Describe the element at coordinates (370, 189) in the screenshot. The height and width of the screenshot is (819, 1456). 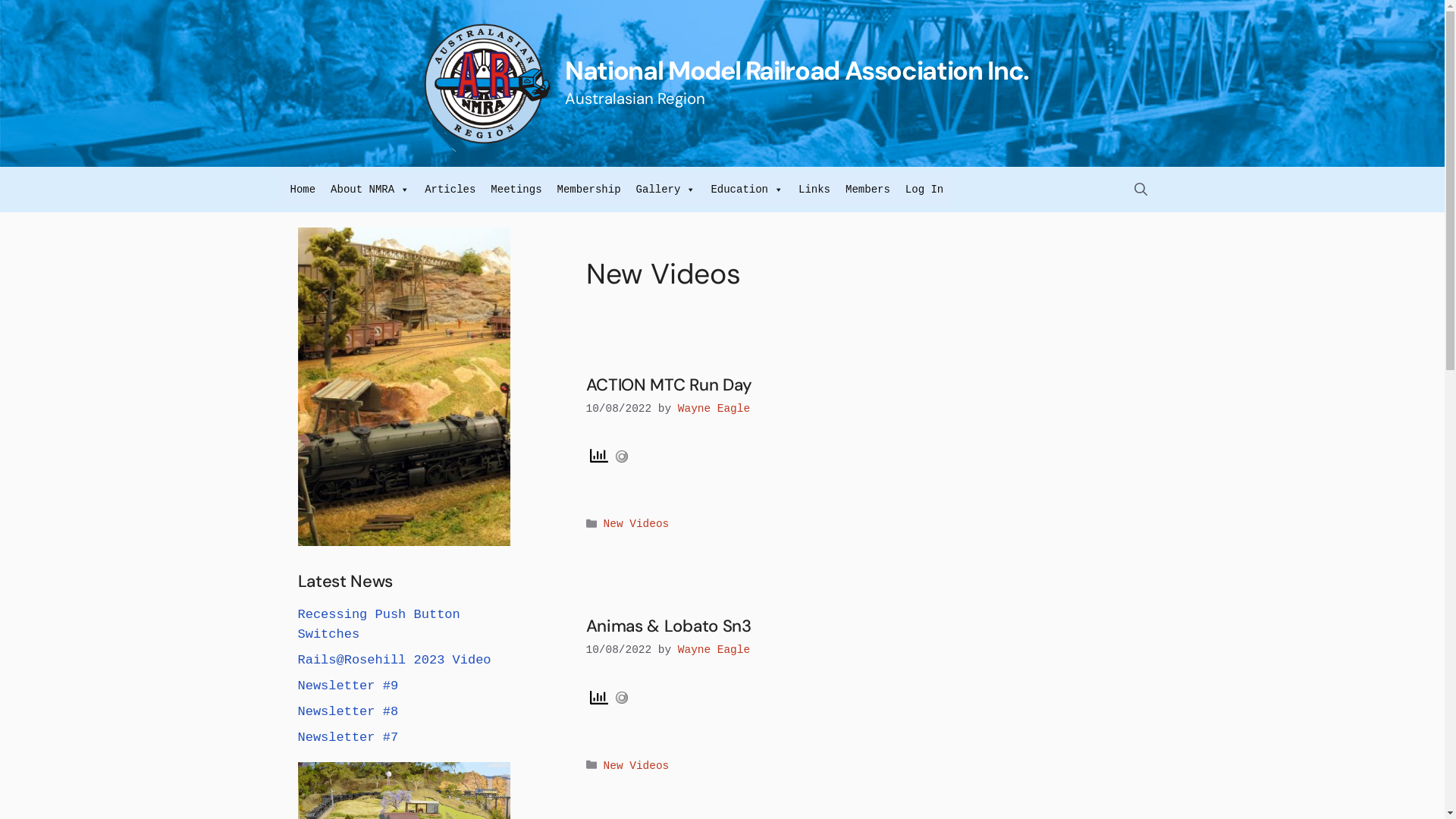
I see `'About NMRA'` at that location.